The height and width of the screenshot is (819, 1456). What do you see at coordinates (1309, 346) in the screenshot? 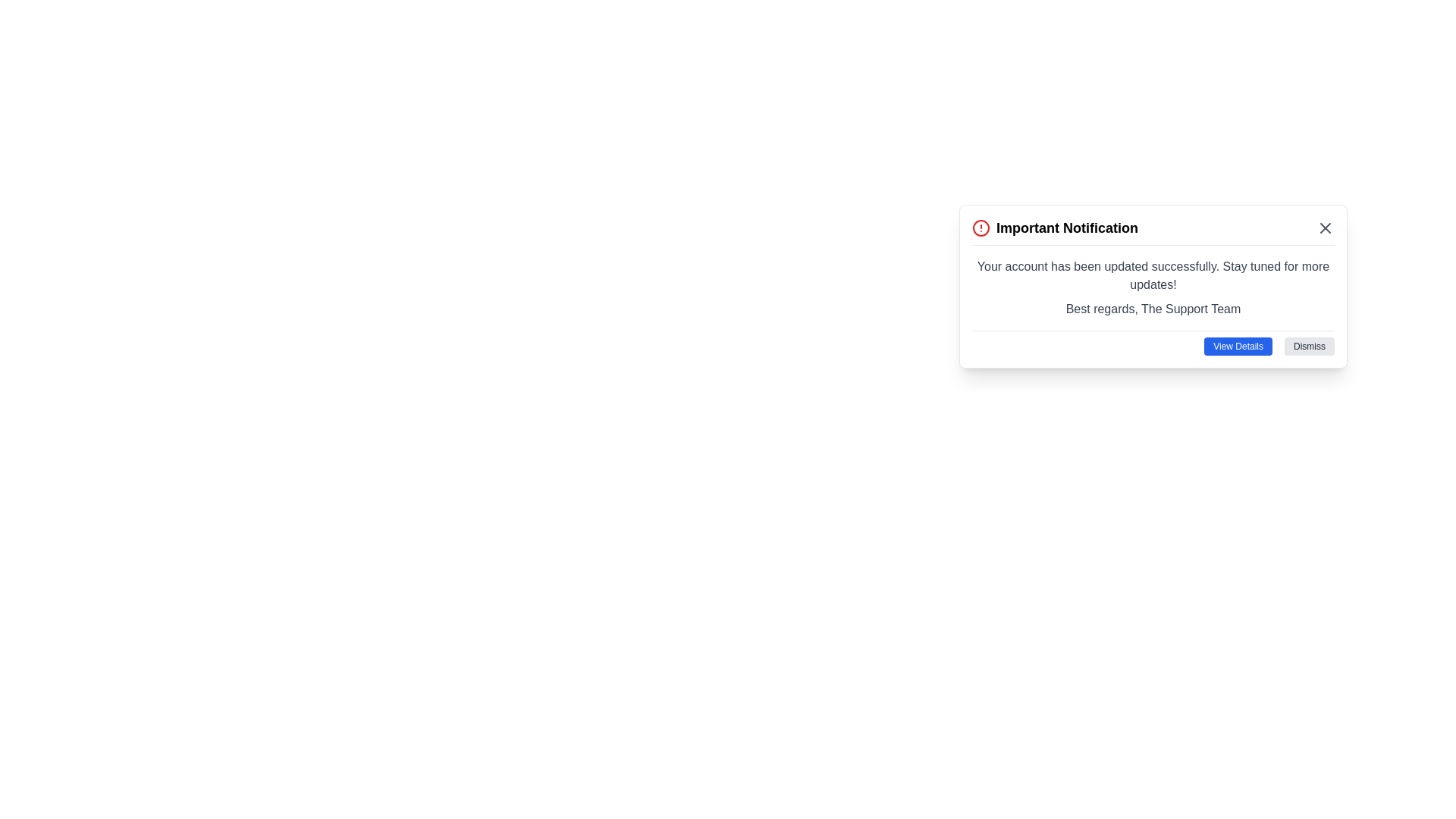
I see `the 'Dismiss' button located at the bottom-right of the notification modal` at bounding box center [1309, 346].